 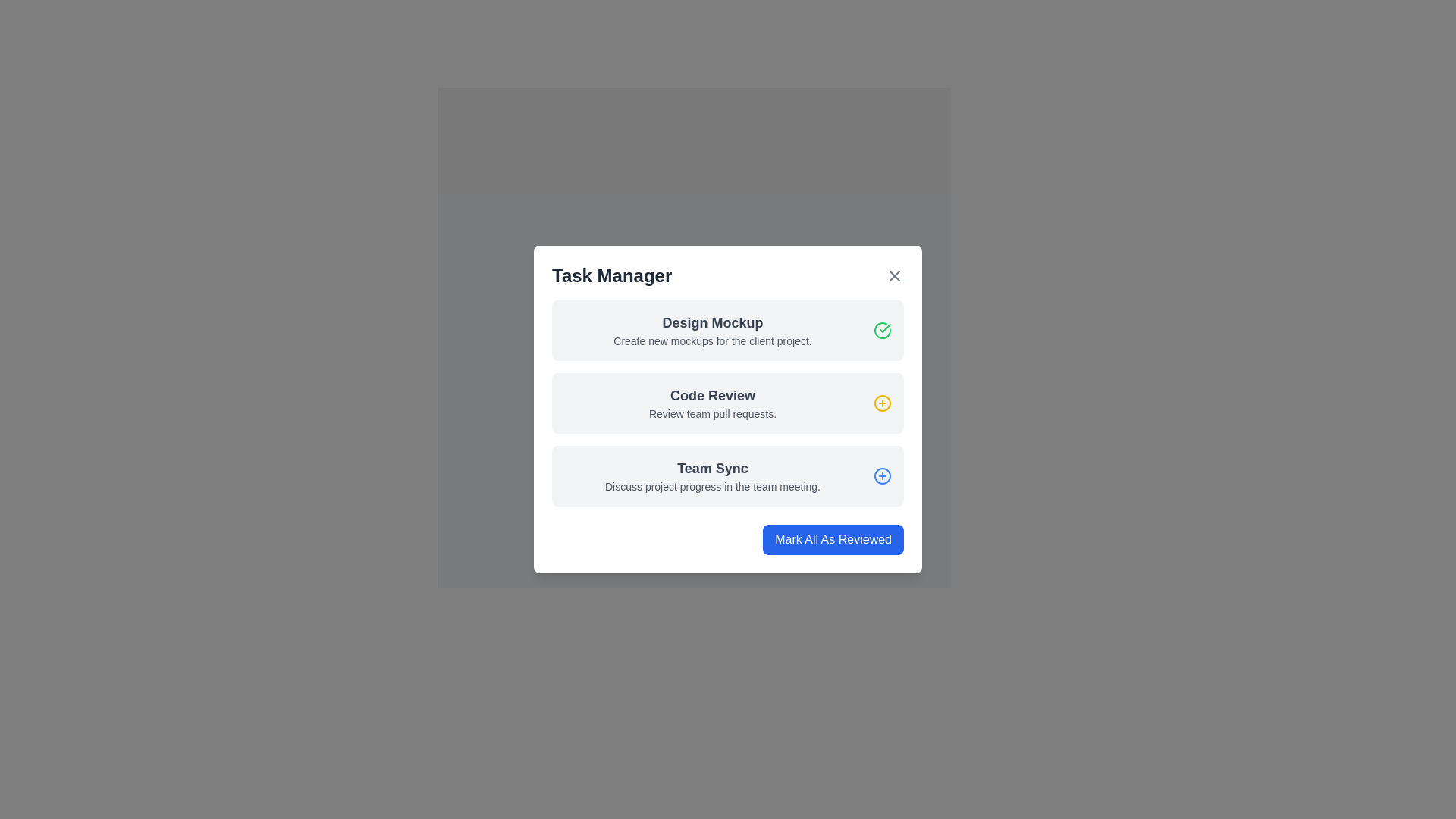 I want to click on the title text label of the task located in the third task block of the 'Task Manager' modal dialog, which summarizes the task details, so click(x=712, y=467).